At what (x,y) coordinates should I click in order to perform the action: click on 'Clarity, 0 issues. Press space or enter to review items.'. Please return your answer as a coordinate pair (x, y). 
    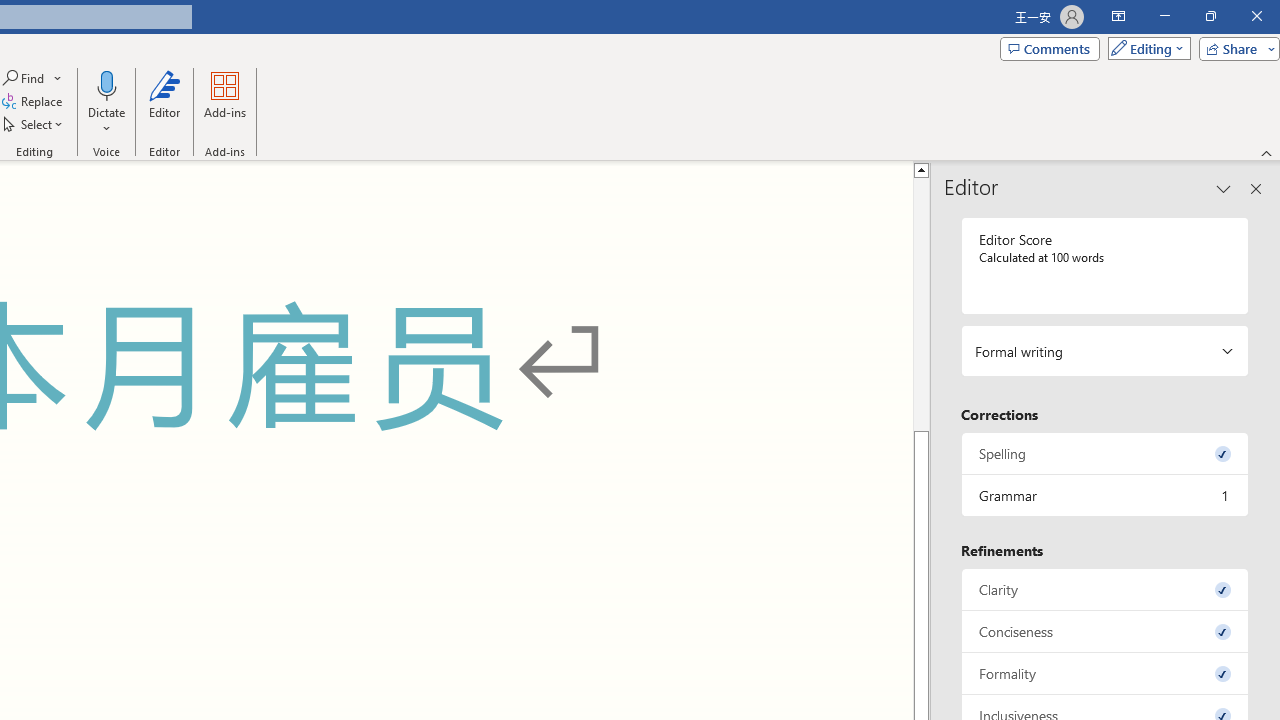
    Looking at the image, I should click on (1104, 588).